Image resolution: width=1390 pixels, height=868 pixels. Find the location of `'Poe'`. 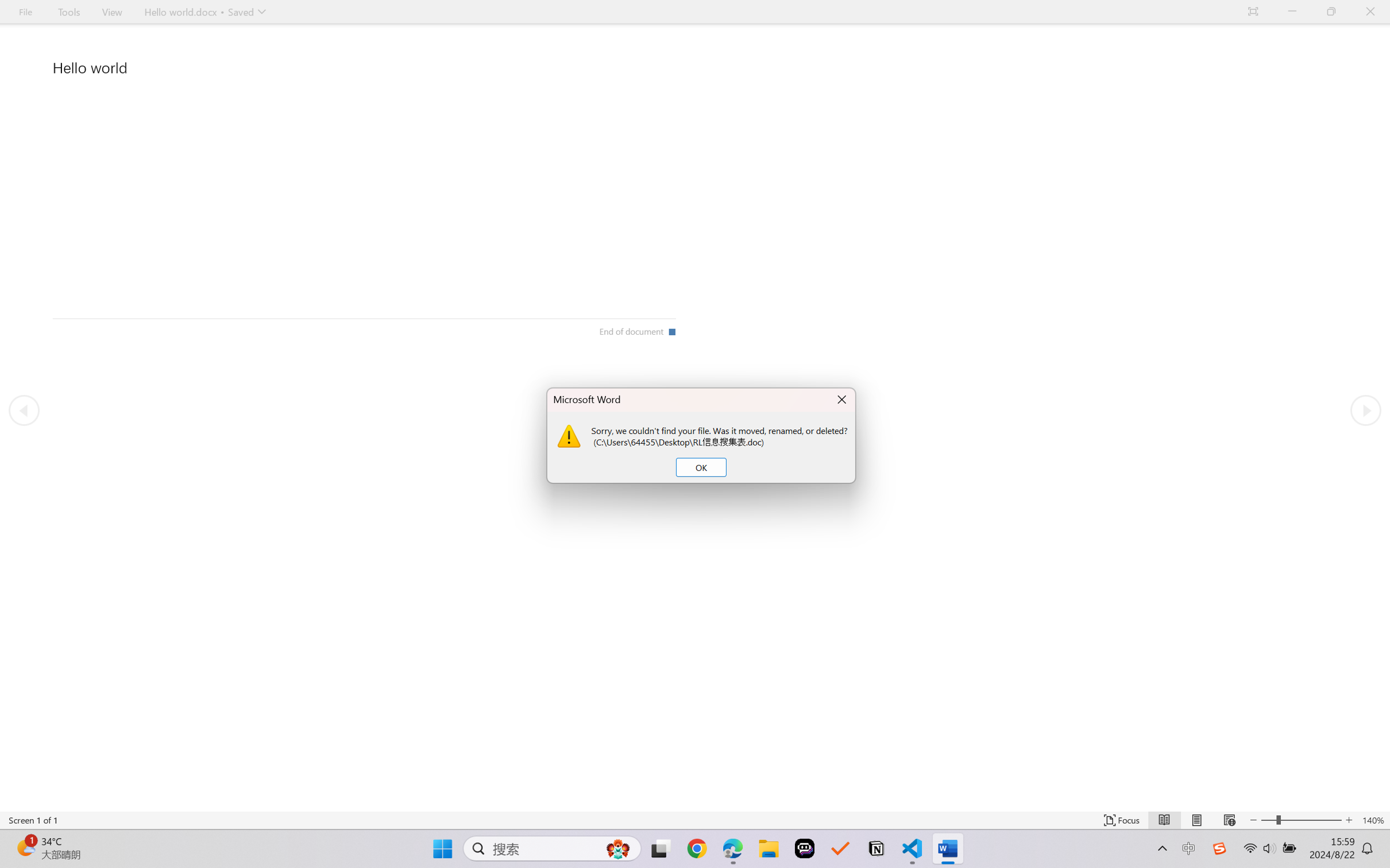

'Poe' is located at coordinates (804, 848).